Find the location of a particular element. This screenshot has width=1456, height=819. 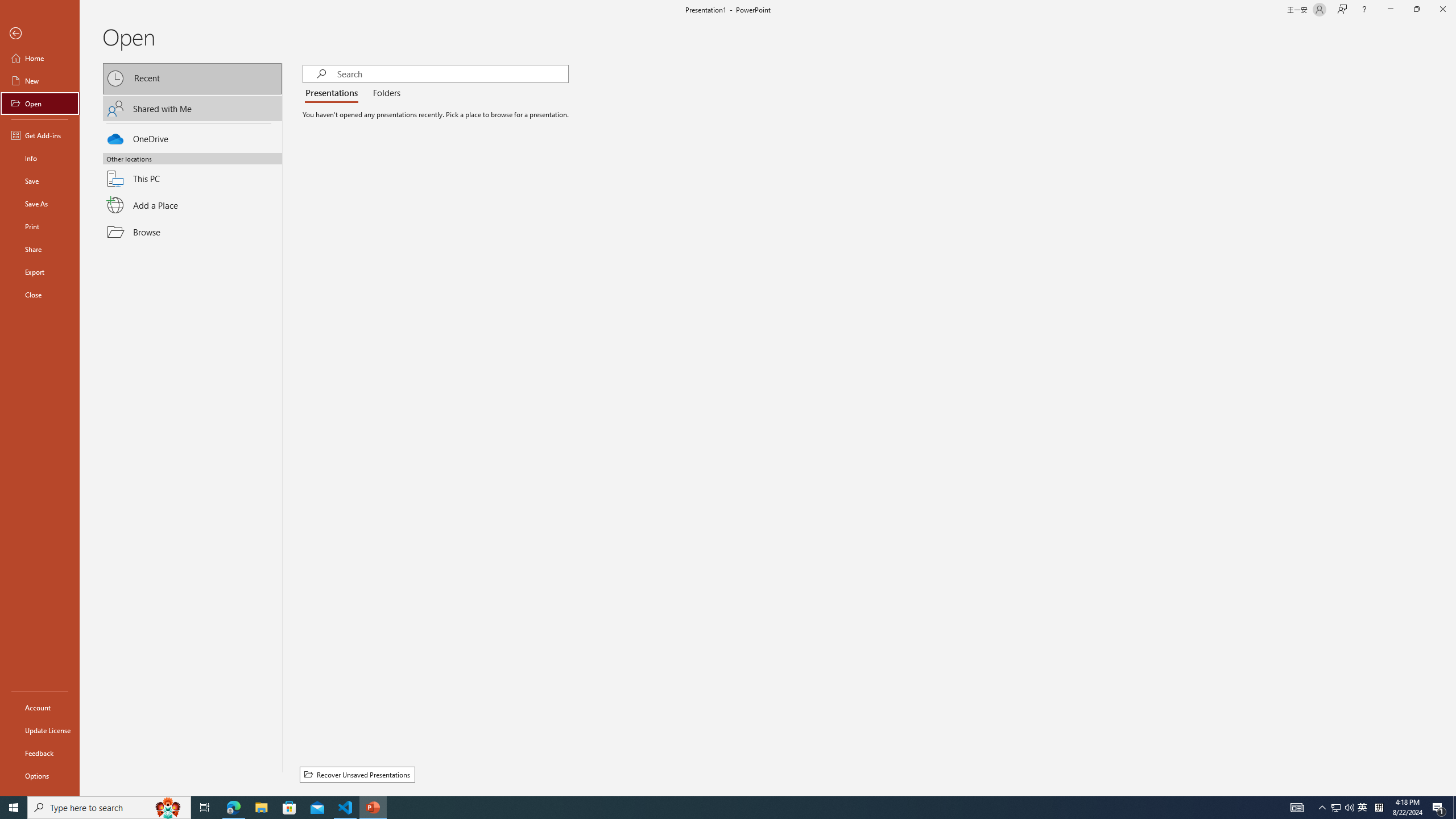

'Browse' is located at coordinates (192, 231).